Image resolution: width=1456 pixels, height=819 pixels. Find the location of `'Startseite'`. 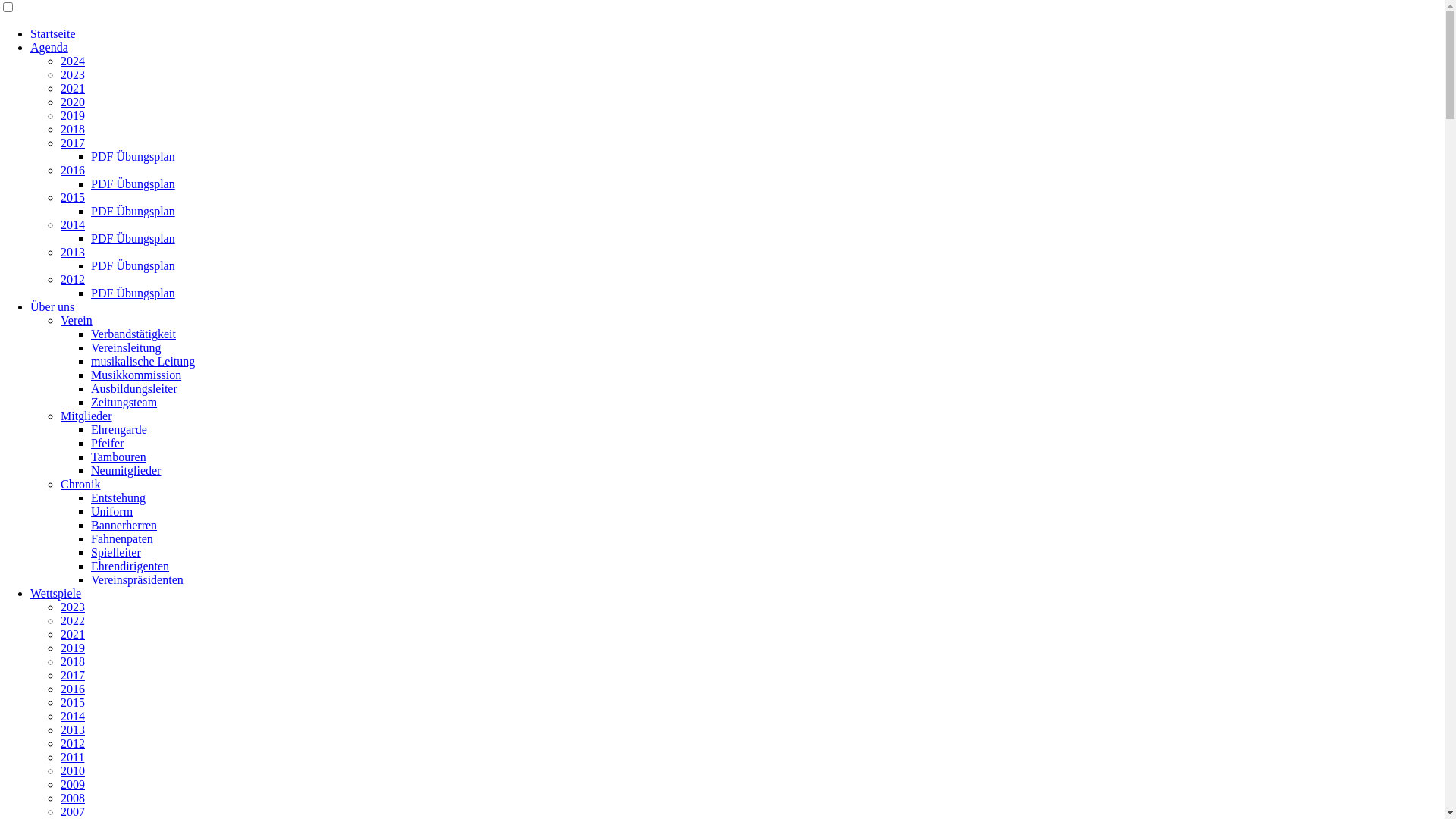

'Startseite' is located at coordinates (30, 33).